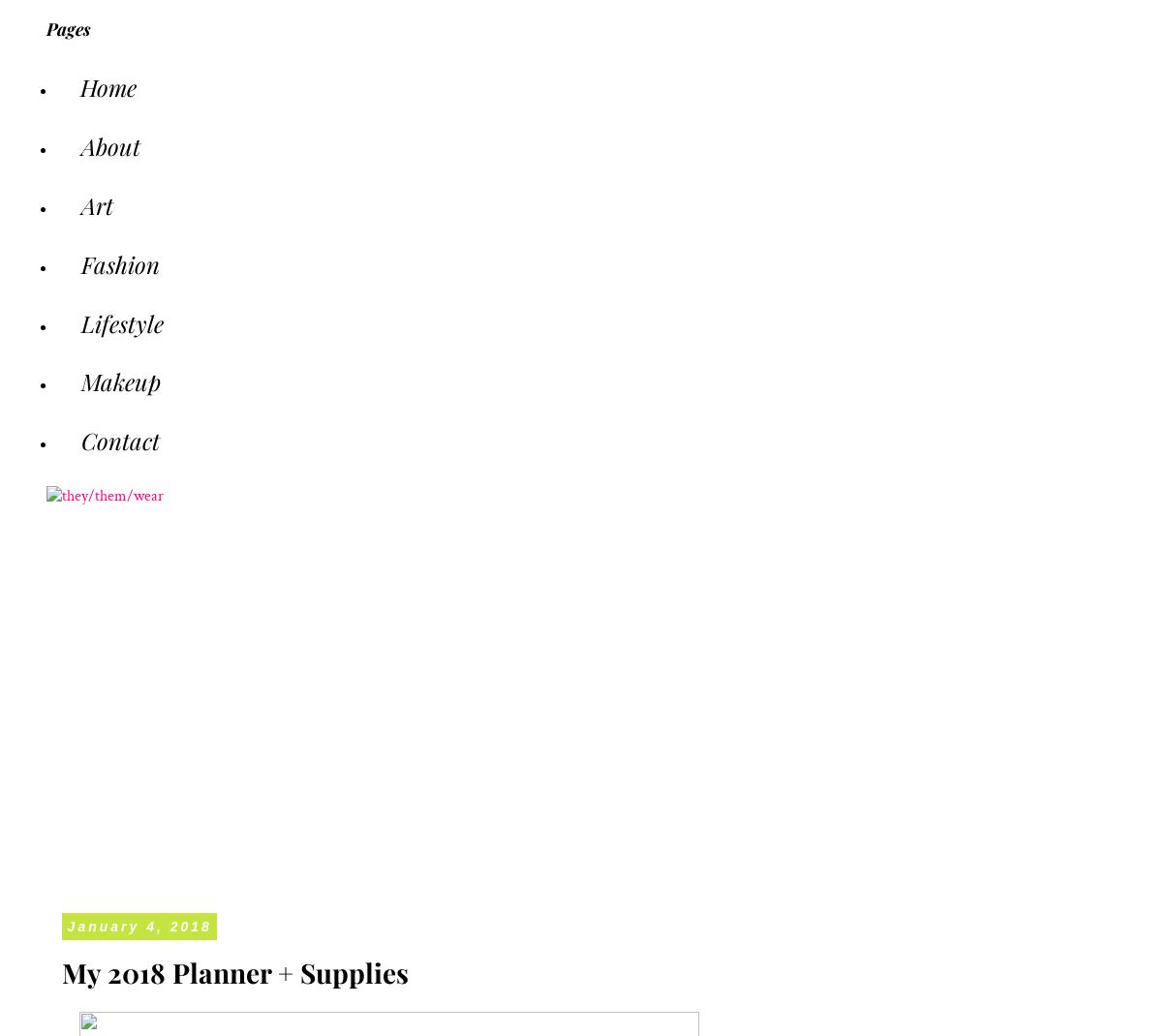  What do you see at coordinates (109, 145) in the screenshot?
I see `'About'` at bounding box center [109, 145].